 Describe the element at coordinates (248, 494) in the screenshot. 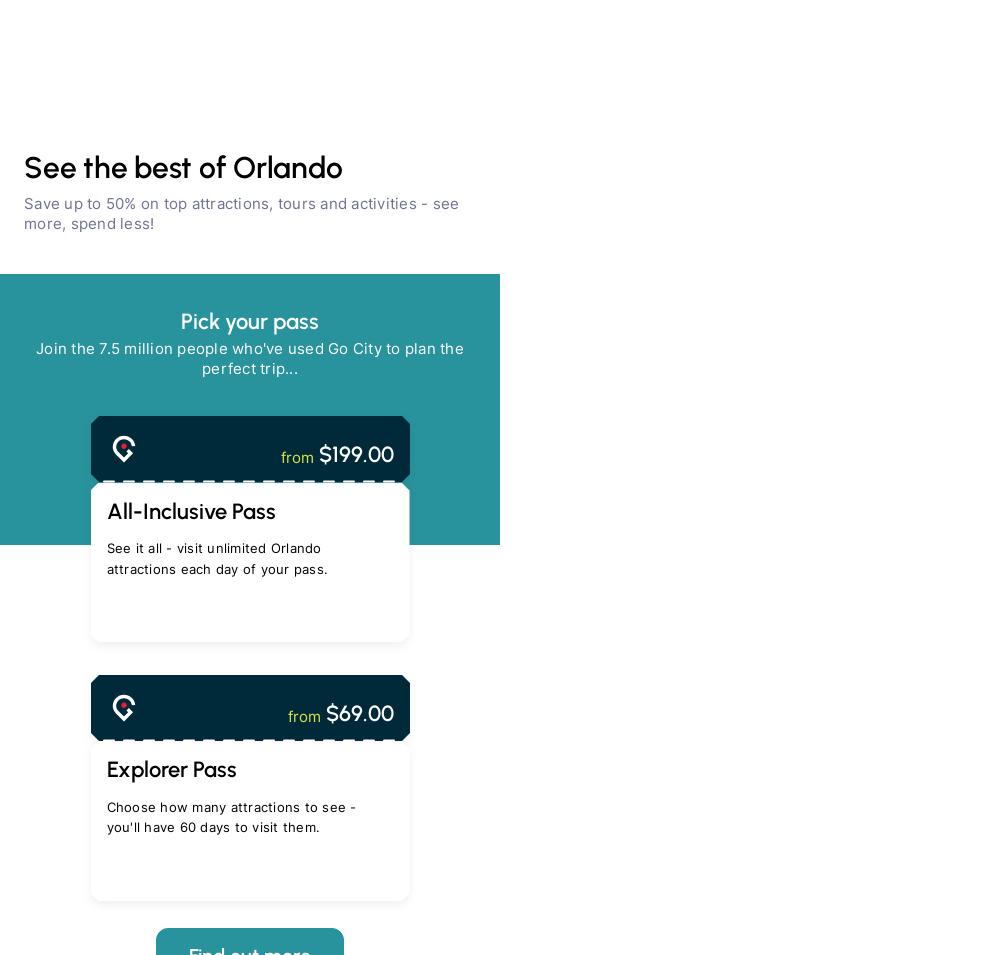

I see `'Why choose Go City®?'` at that location.